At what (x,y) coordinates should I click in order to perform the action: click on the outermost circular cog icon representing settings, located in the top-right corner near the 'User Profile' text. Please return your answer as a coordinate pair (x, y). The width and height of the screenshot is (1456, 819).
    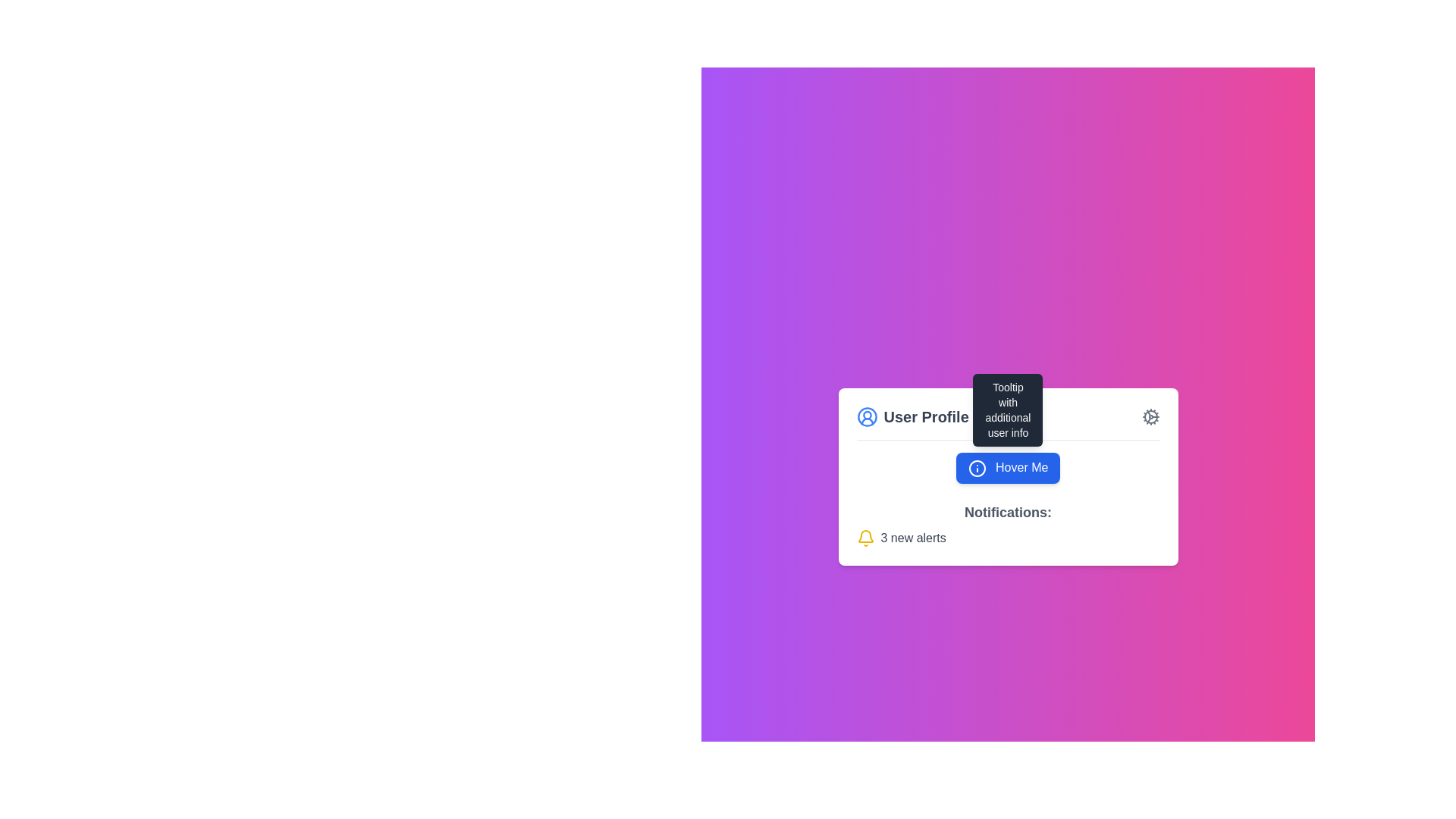
    Looking at the image, I should click on (1150, 417).